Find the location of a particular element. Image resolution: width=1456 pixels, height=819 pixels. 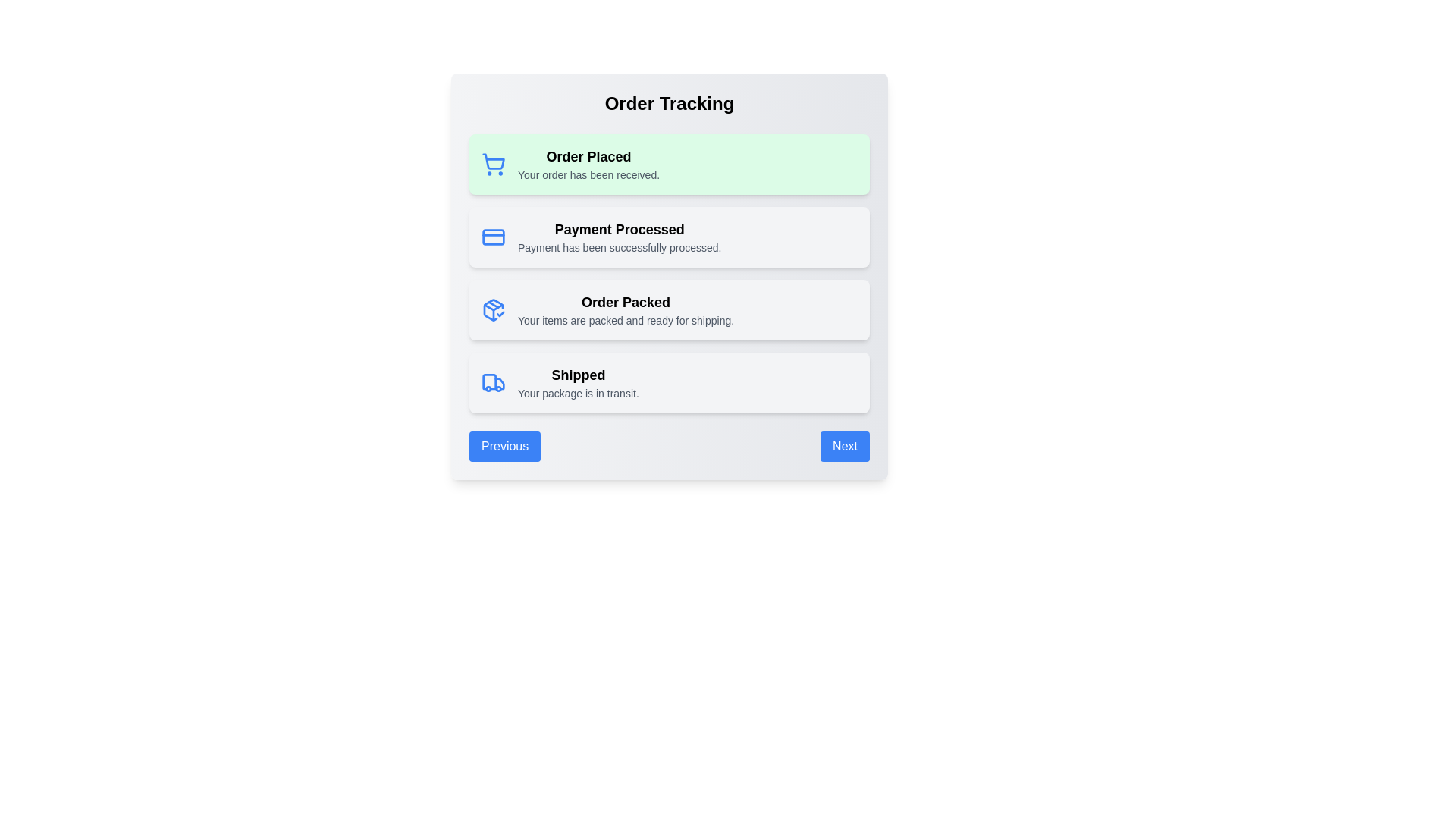

the bold 'Order Tracking' text label, which is prominently displayed in large font size, centered near the top of its section, with black text color on a light background is located at coordinates (669, 103).